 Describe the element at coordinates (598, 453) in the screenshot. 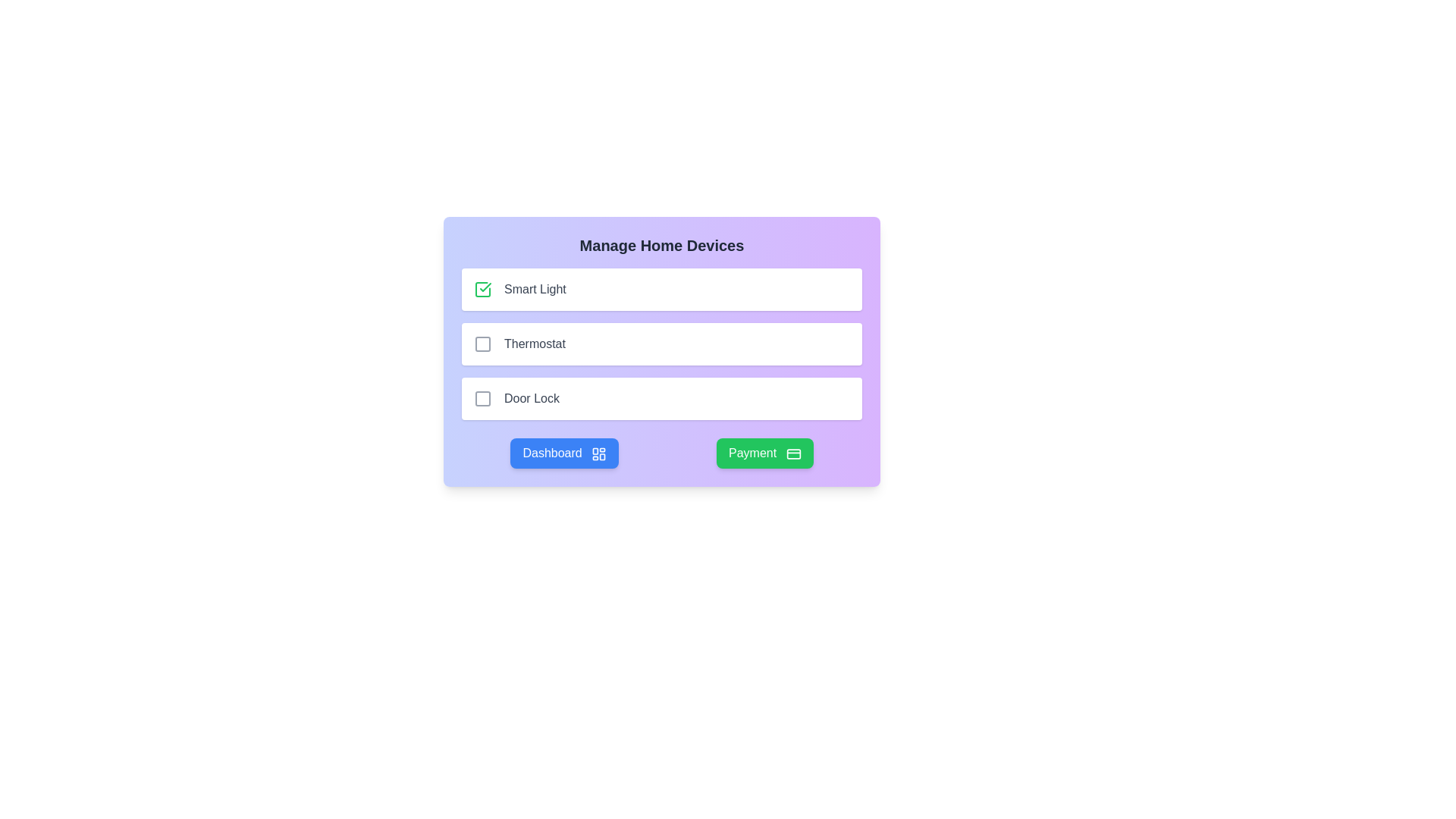

I see `the Decorative Icon which is a compact grid-like icon with a blue background, located to the right of the 'Dashboard' text within the button labeled 'Dashboard'` at that location.